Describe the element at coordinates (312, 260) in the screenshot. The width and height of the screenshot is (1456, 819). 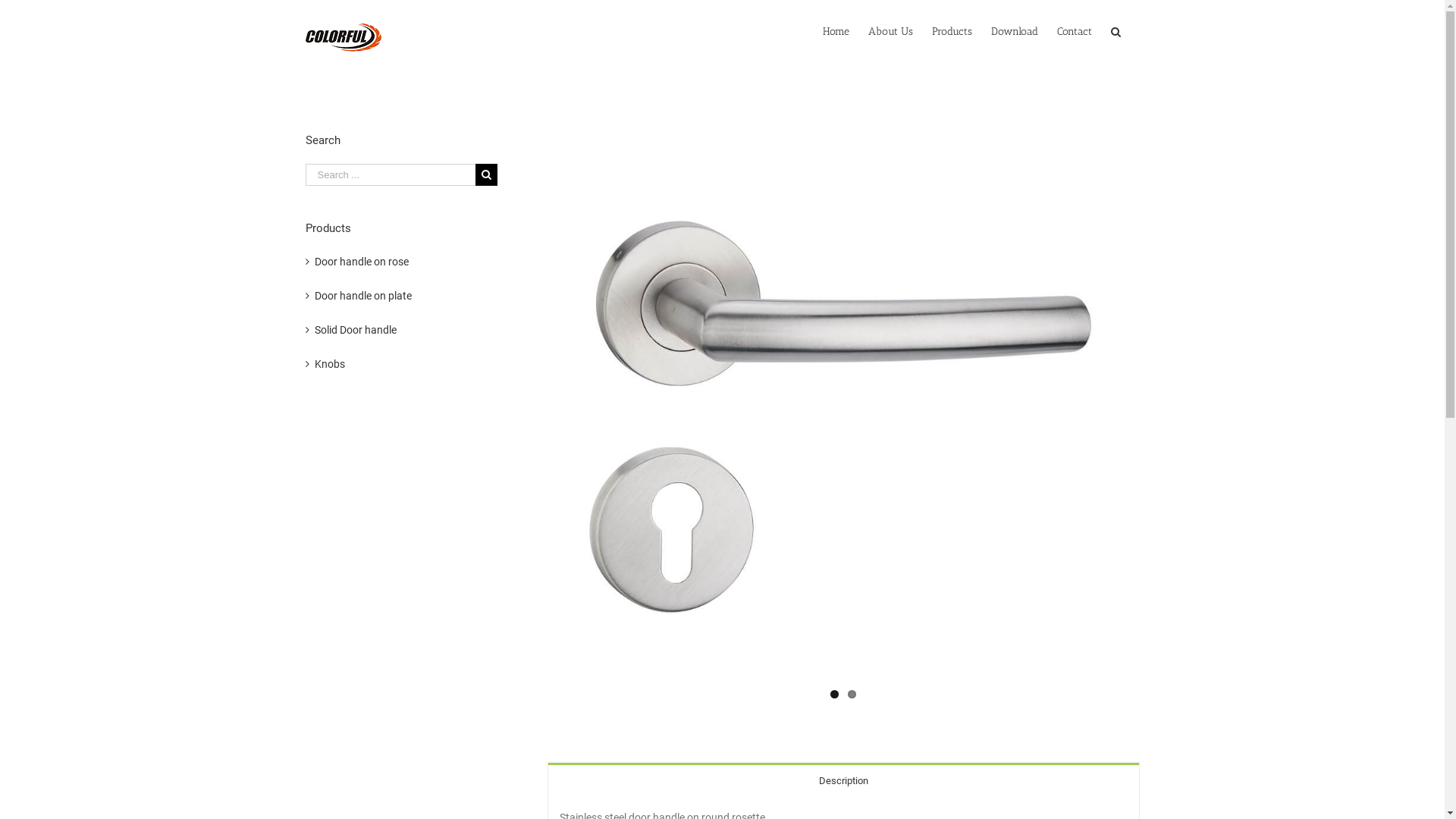
I see `'Door handle on rose'` at that location.